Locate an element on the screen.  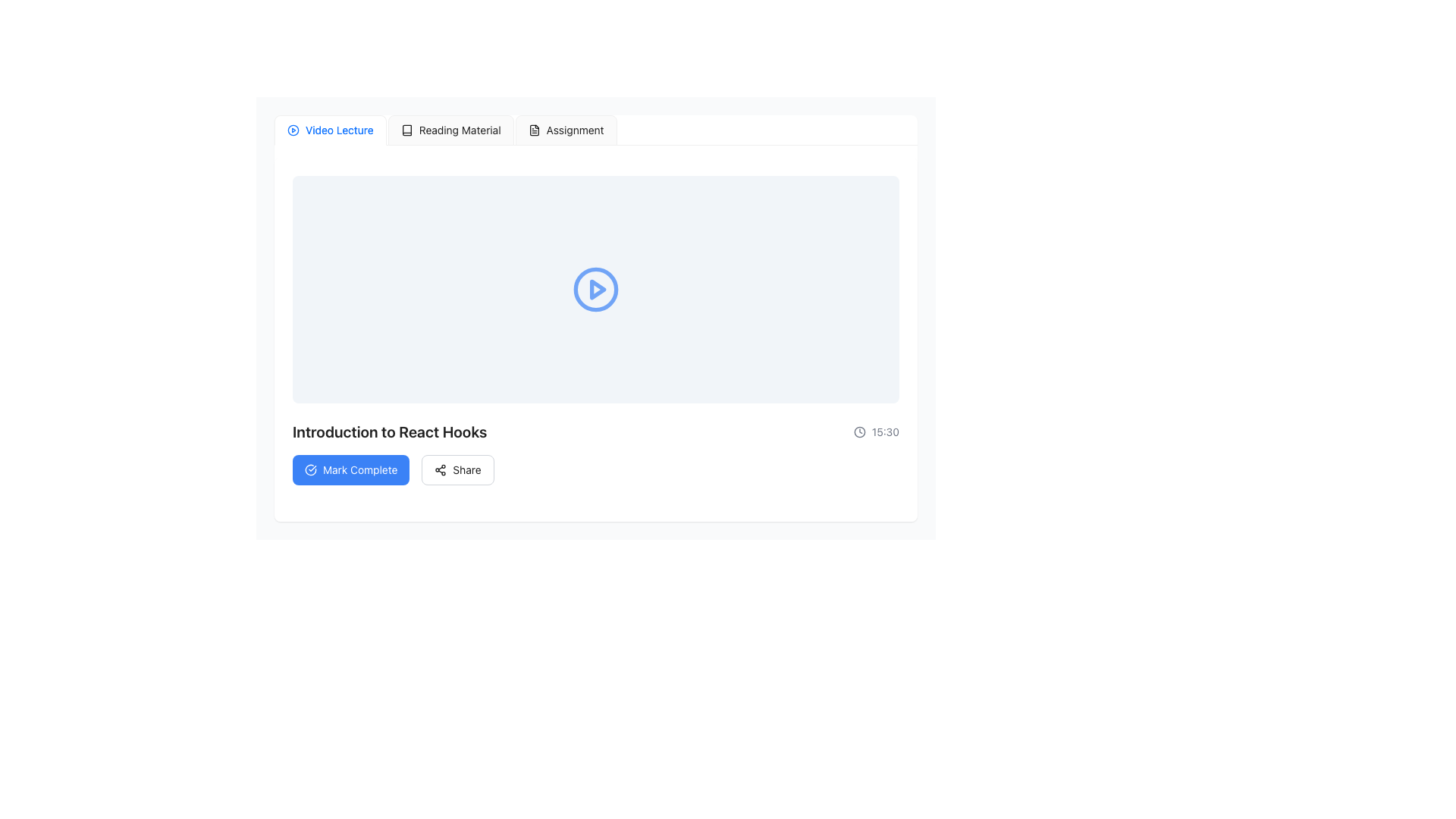
the 'Share' icon located inside the 'Share' button, which is positioned to the right of the 'Mark Complete' button below the video description is located at coordinates (440, 469).